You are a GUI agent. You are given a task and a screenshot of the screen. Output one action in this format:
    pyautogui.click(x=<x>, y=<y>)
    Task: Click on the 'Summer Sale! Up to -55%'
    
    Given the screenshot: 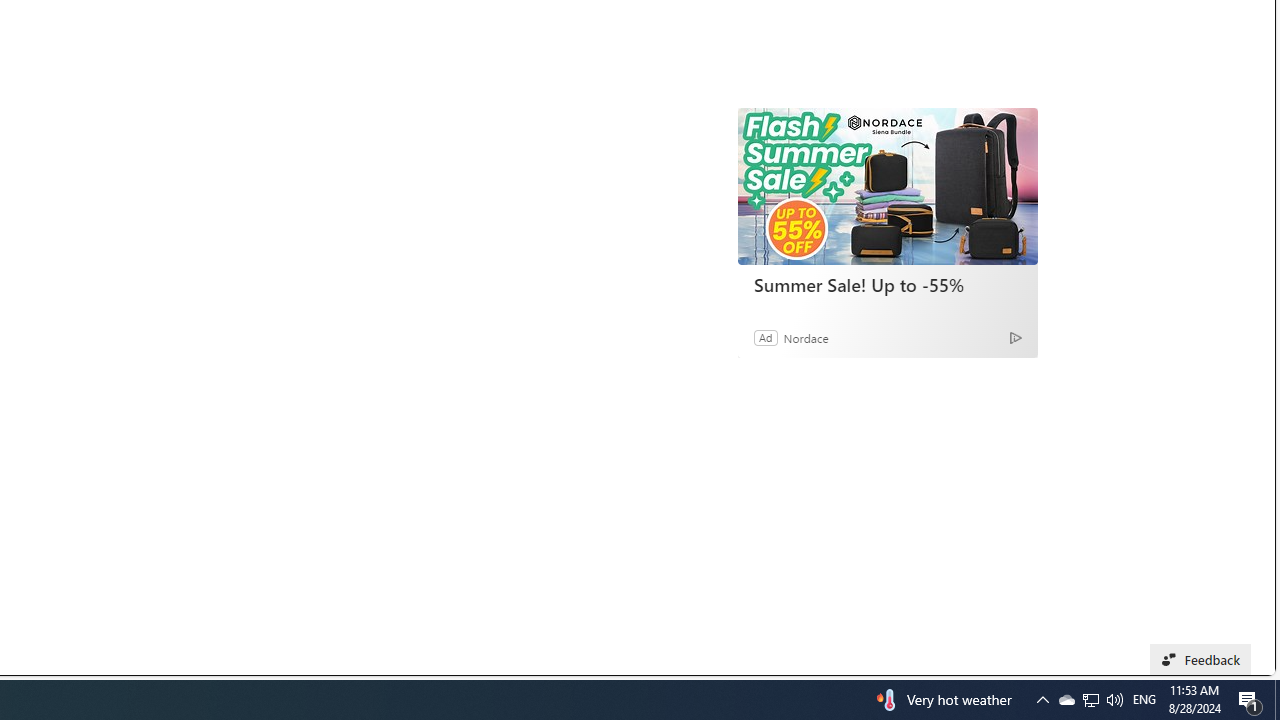 What is the action you would take?
    pyautogui.click(x=887, y=186)
    